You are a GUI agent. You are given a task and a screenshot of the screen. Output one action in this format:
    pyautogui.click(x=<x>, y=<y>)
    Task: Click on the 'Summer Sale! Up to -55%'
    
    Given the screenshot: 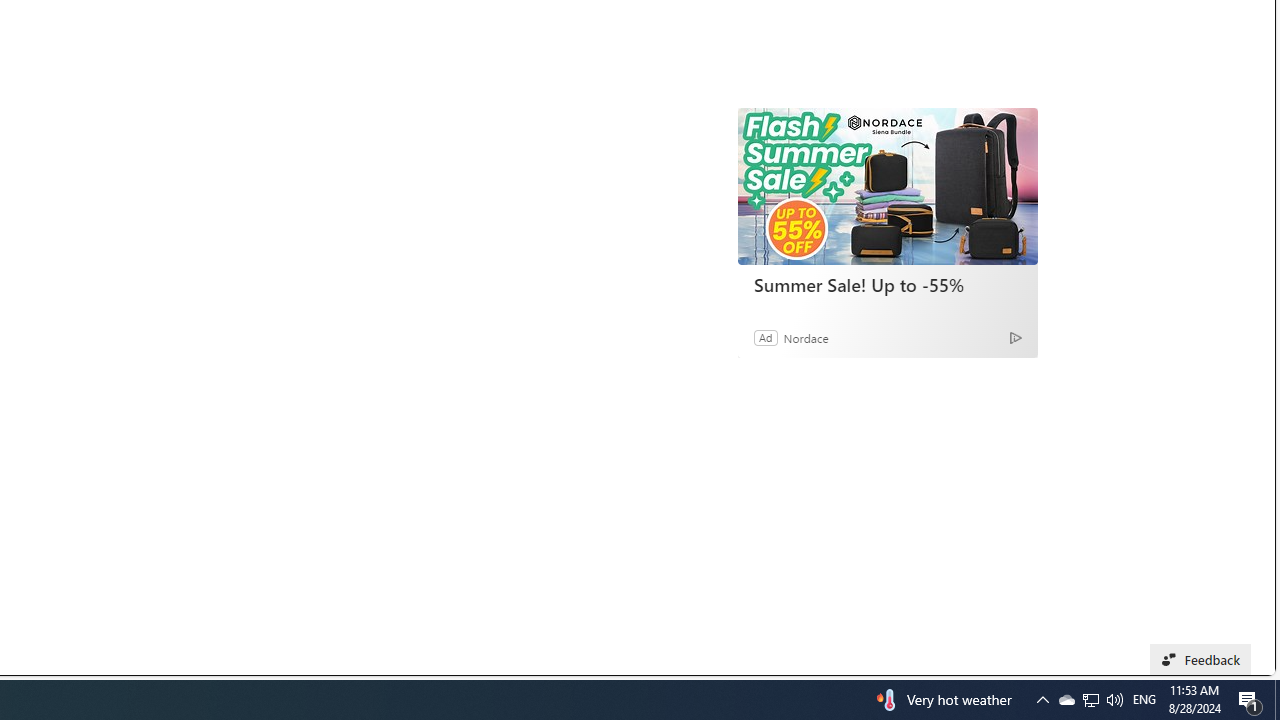 What is the action you would take?
    pyautogui.click(x=887, y=186)
    